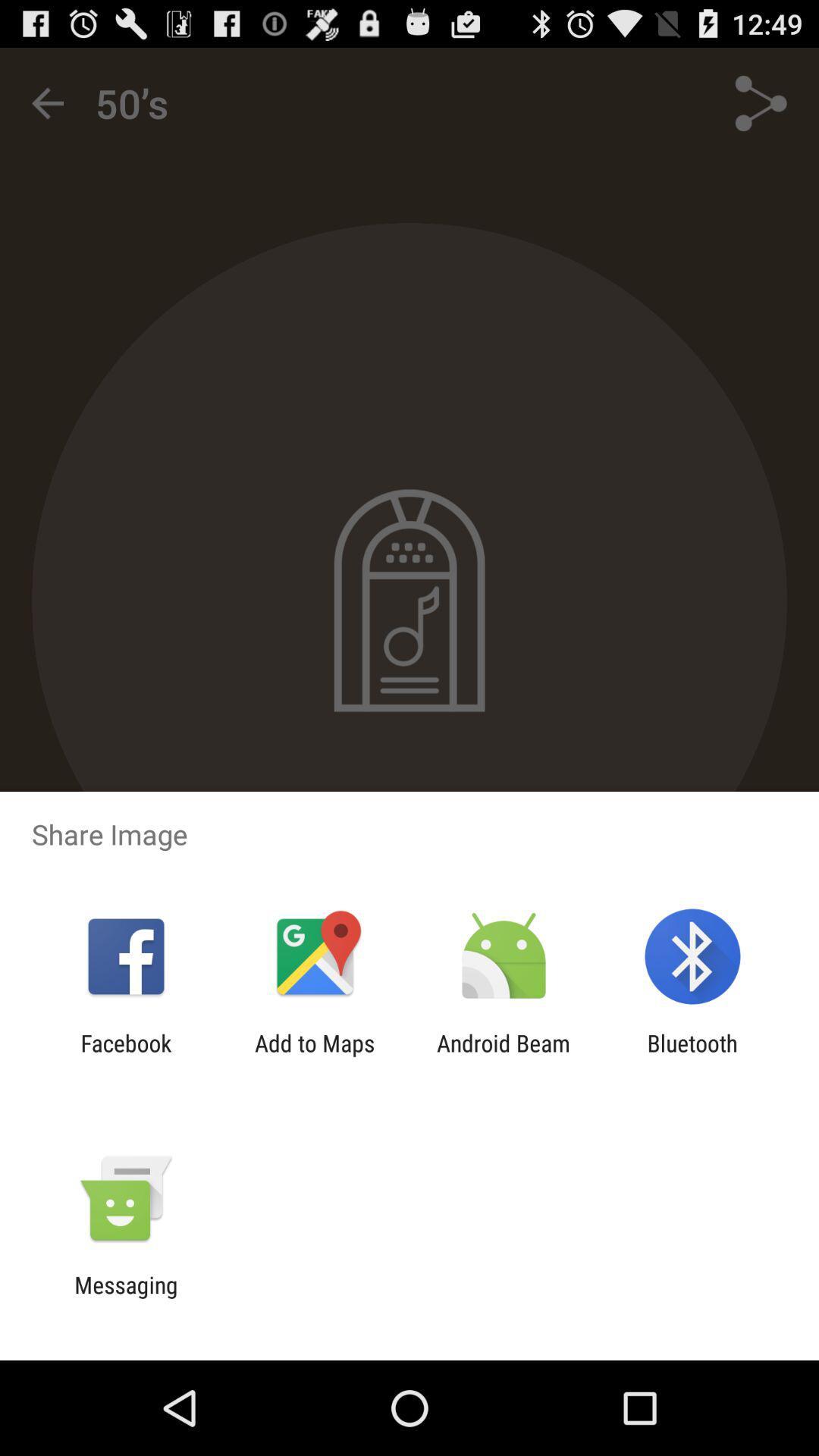  I want to click on the item to the right of add to maps item, so click(504, 1056).